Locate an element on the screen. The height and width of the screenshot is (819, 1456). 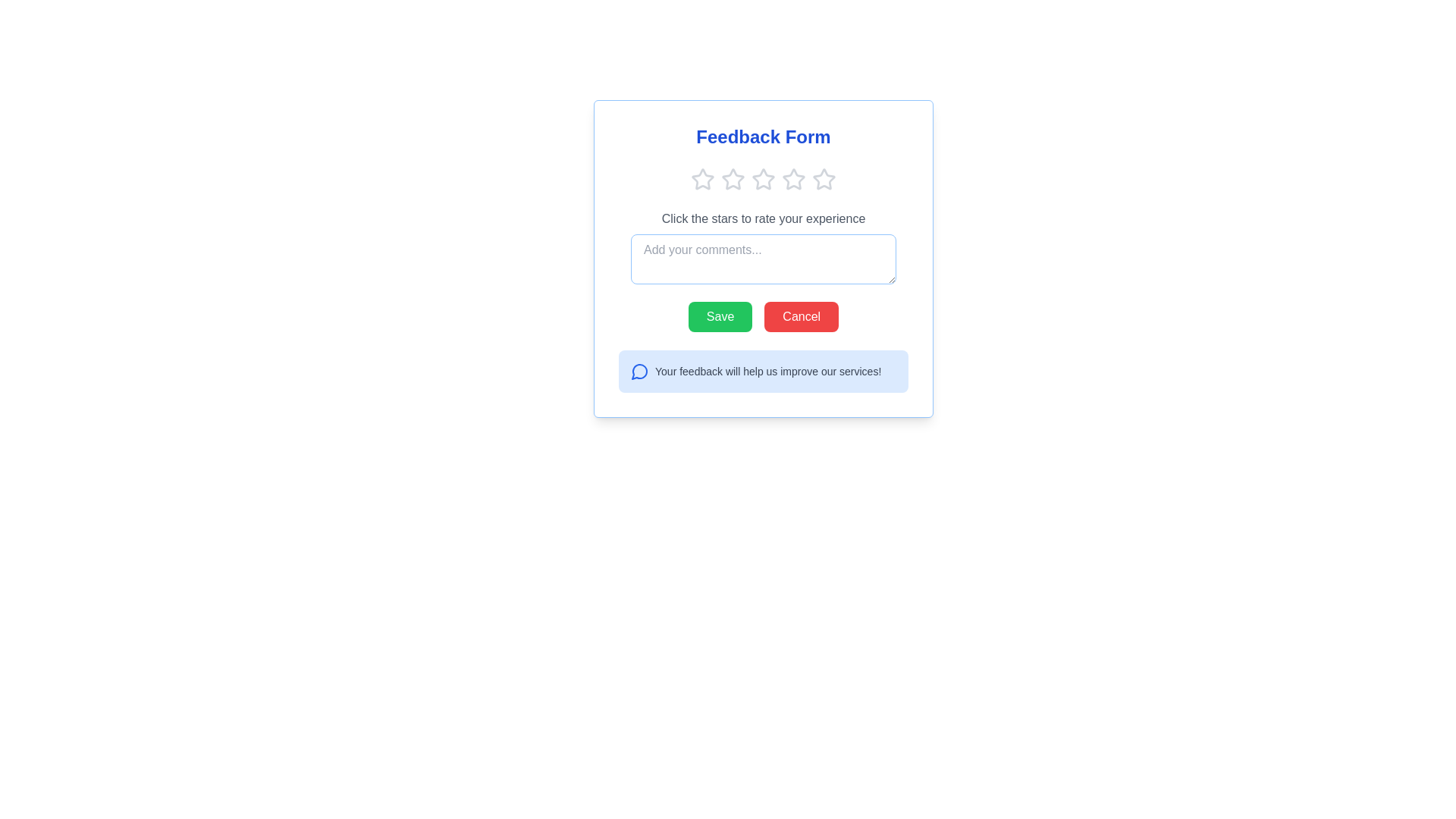
the Button group (Save and Cancel) located at the bottom right of the feedback form is located at coordinates (764, 315).